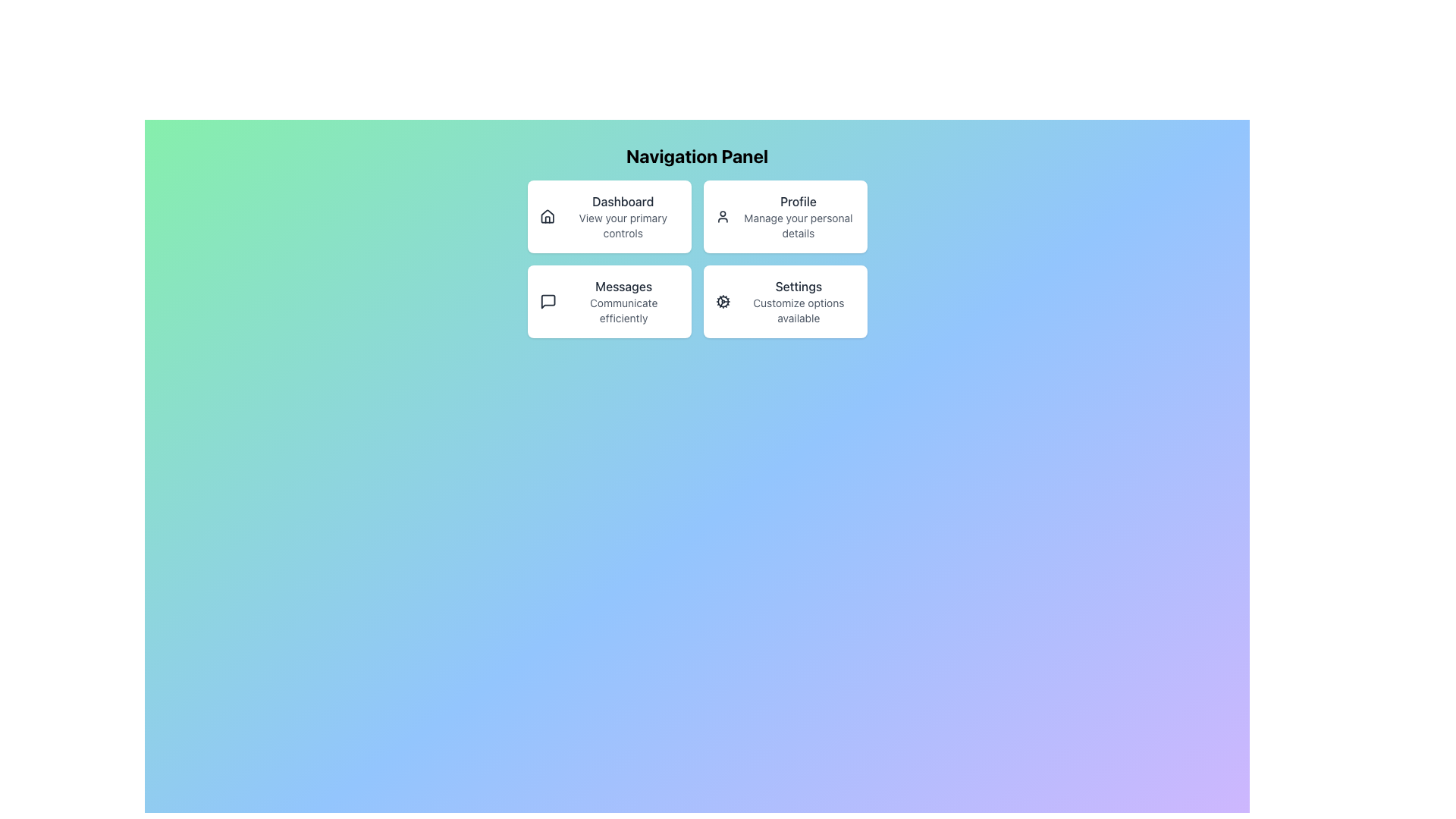  What do you see at coordinates (785, 216) in the screenshot?
I see `the profile card button located in the top-right corner of the 2x2 grid, which features a user icon and the text 'Profile' with a subtitle 'Manage your personal details'` at bounding box center [785, 216].